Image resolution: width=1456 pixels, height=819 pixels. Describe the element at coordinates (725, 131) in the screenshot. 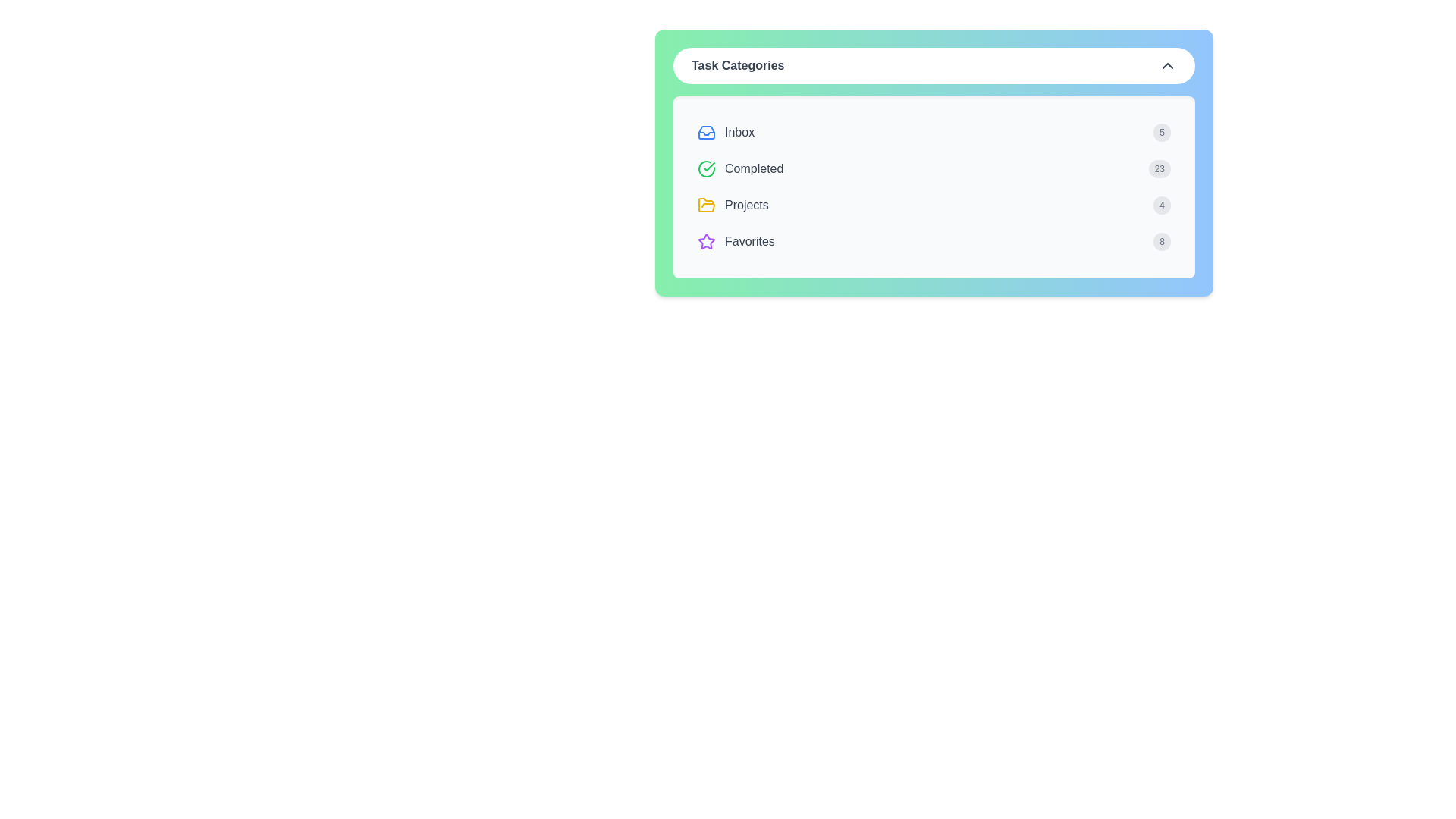

I see `the first List item labeled 'Inbox' with a blue outlined inbox icon` at that location.